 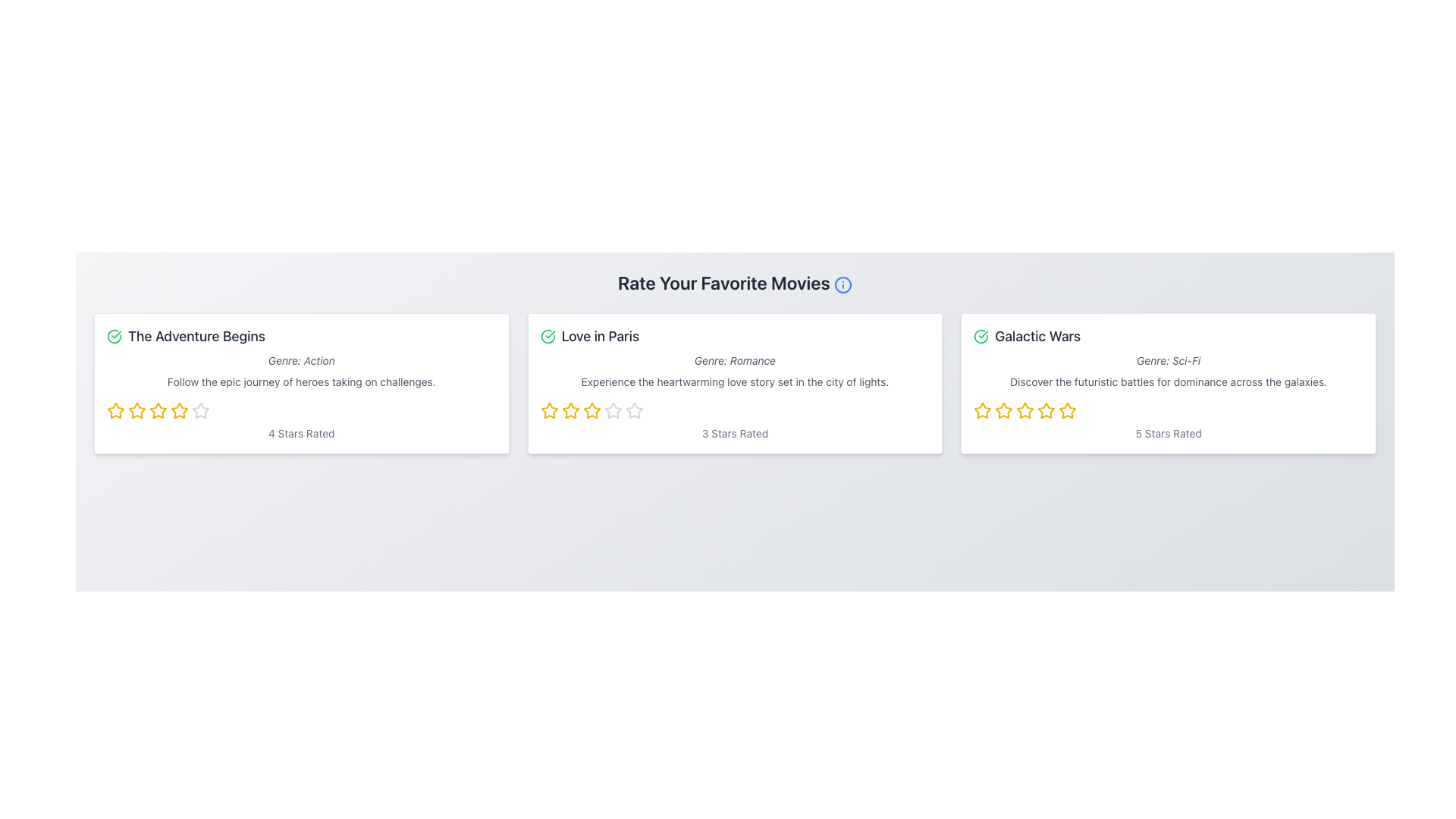 What do you see at coordinates (1025, 410) in the screenshot?
I see `the highlighted star-shaped rating icon, which is the second star from the left in the row of five stars underneath the 'Galactic Wars' card in the 'Rate Your Favorite Movies' section` at bounding box center [1025, 410].